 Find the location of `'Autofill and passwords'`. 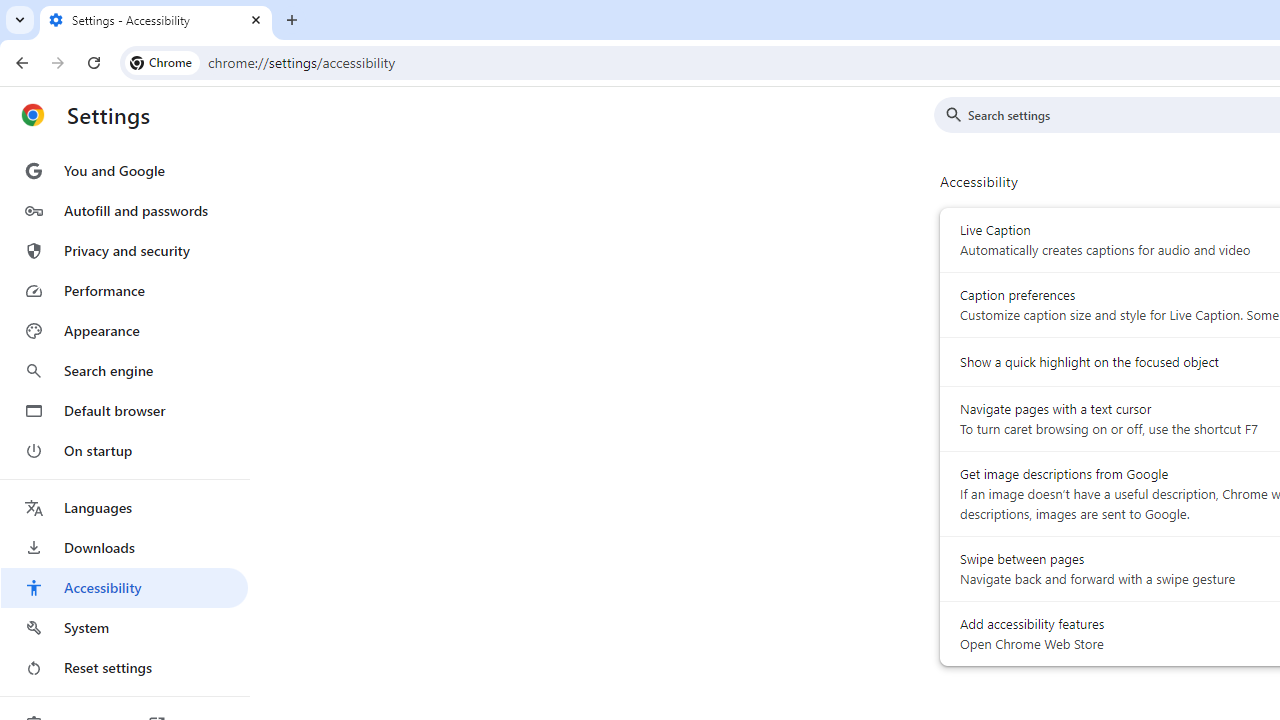

'Autofill and passwords' is located at coordinates (123, 210).